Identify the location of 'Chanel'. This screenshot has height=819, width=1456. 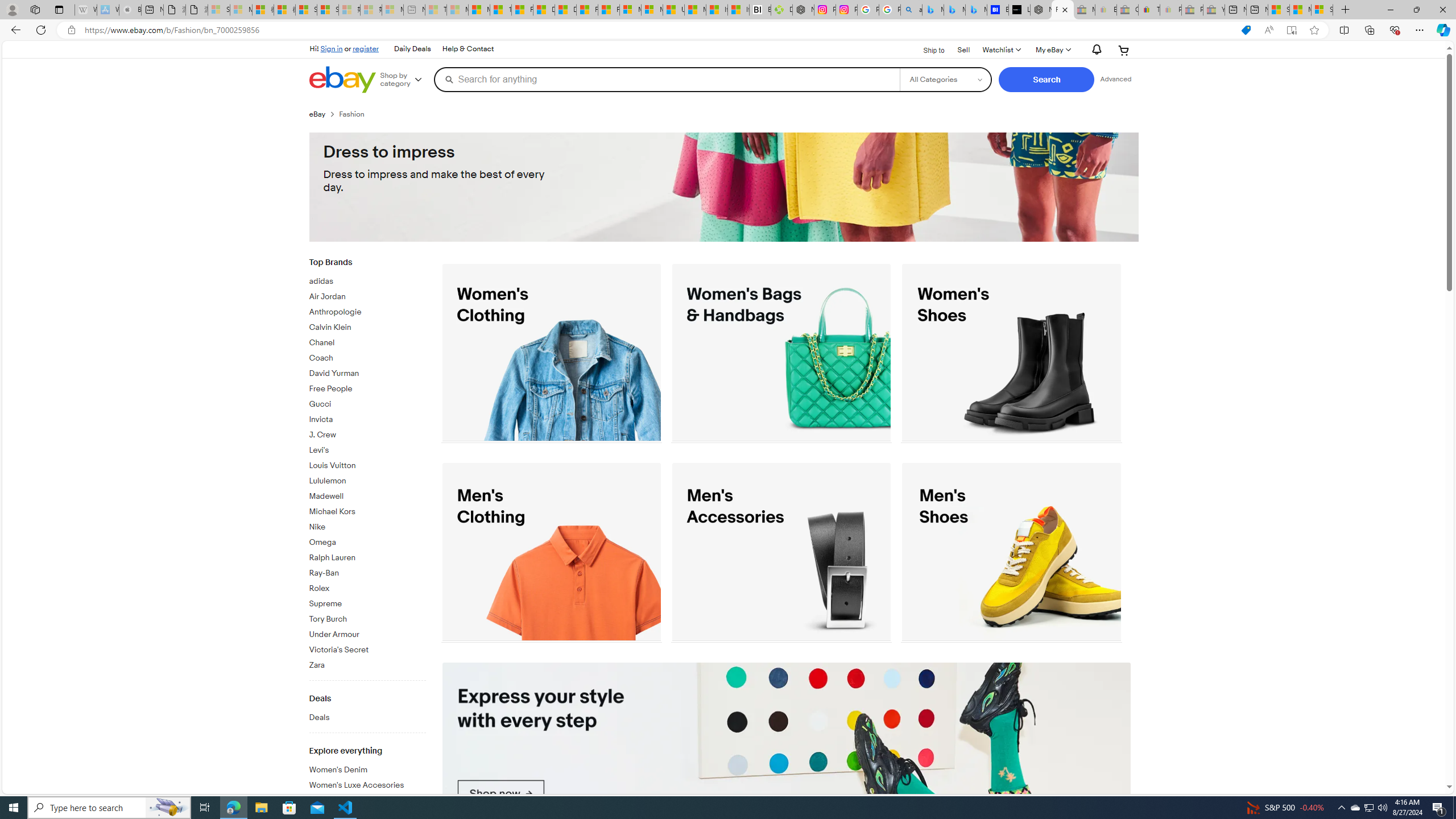
(367, 342).